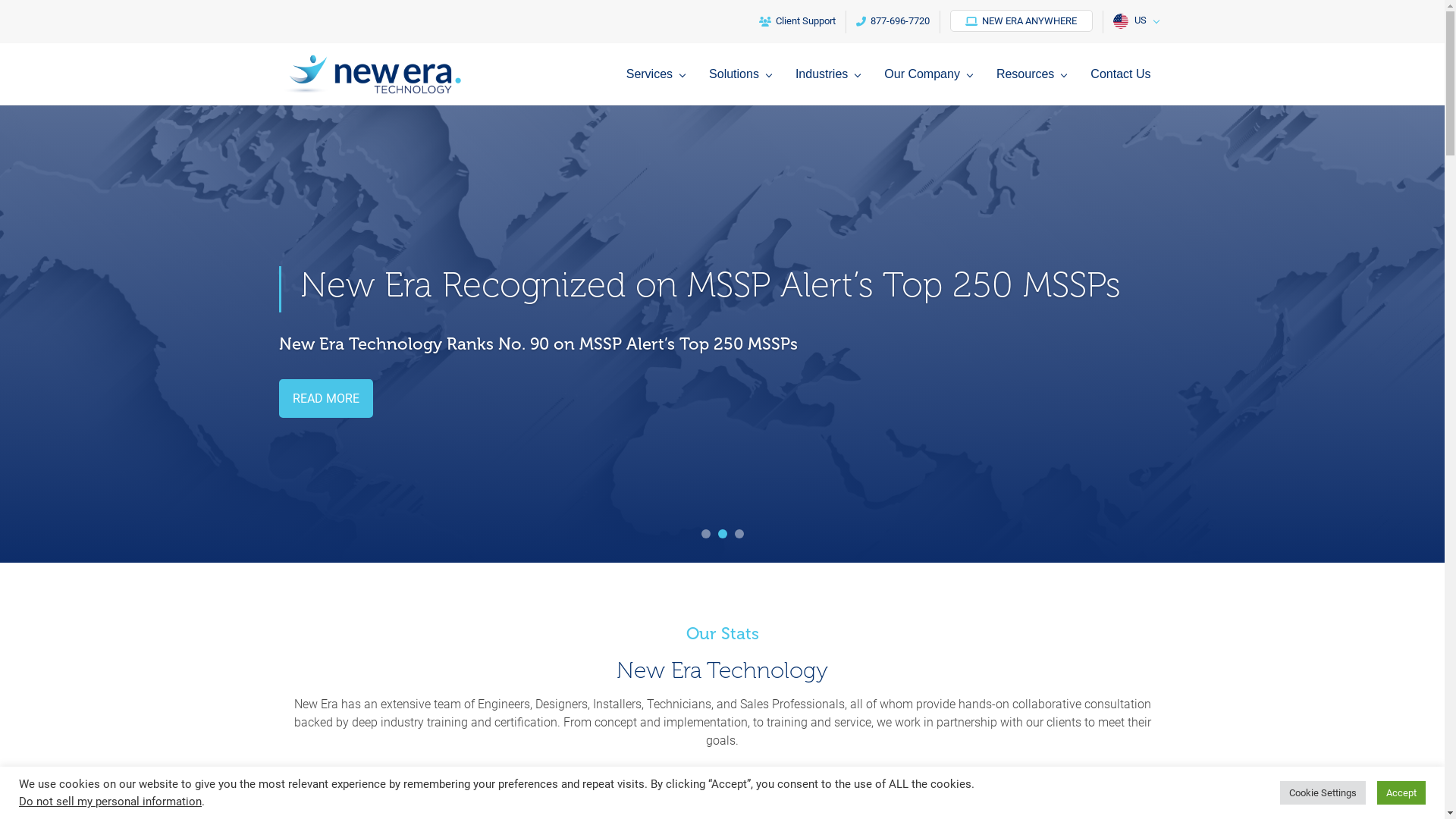 The width and height of the screenshot is (1456, 819). What do you see at coordinates (396, 397) in the screenshot?
I see `'EXPLORE DIGITAL TRANSFORMATION'` at bounding box center [396, 397].